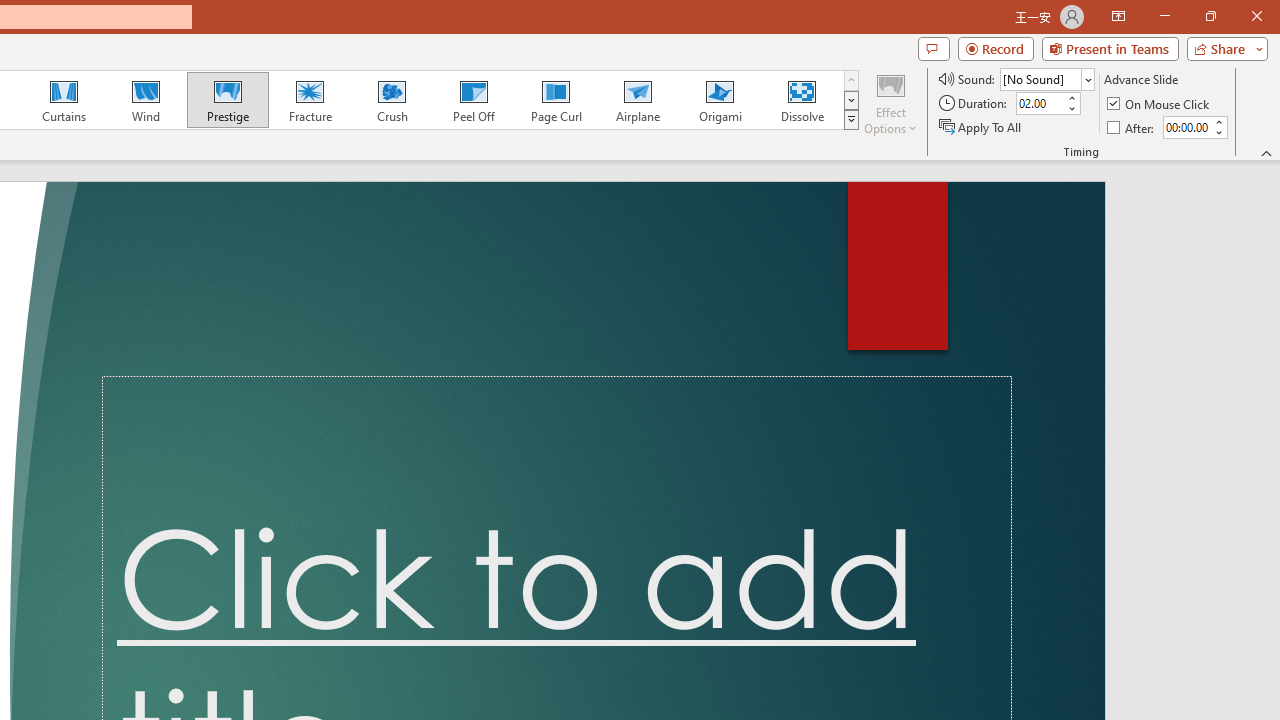  Describe the element at coordinates (472, 100) in the screenshot. I see `'Peel Off'` at that location.